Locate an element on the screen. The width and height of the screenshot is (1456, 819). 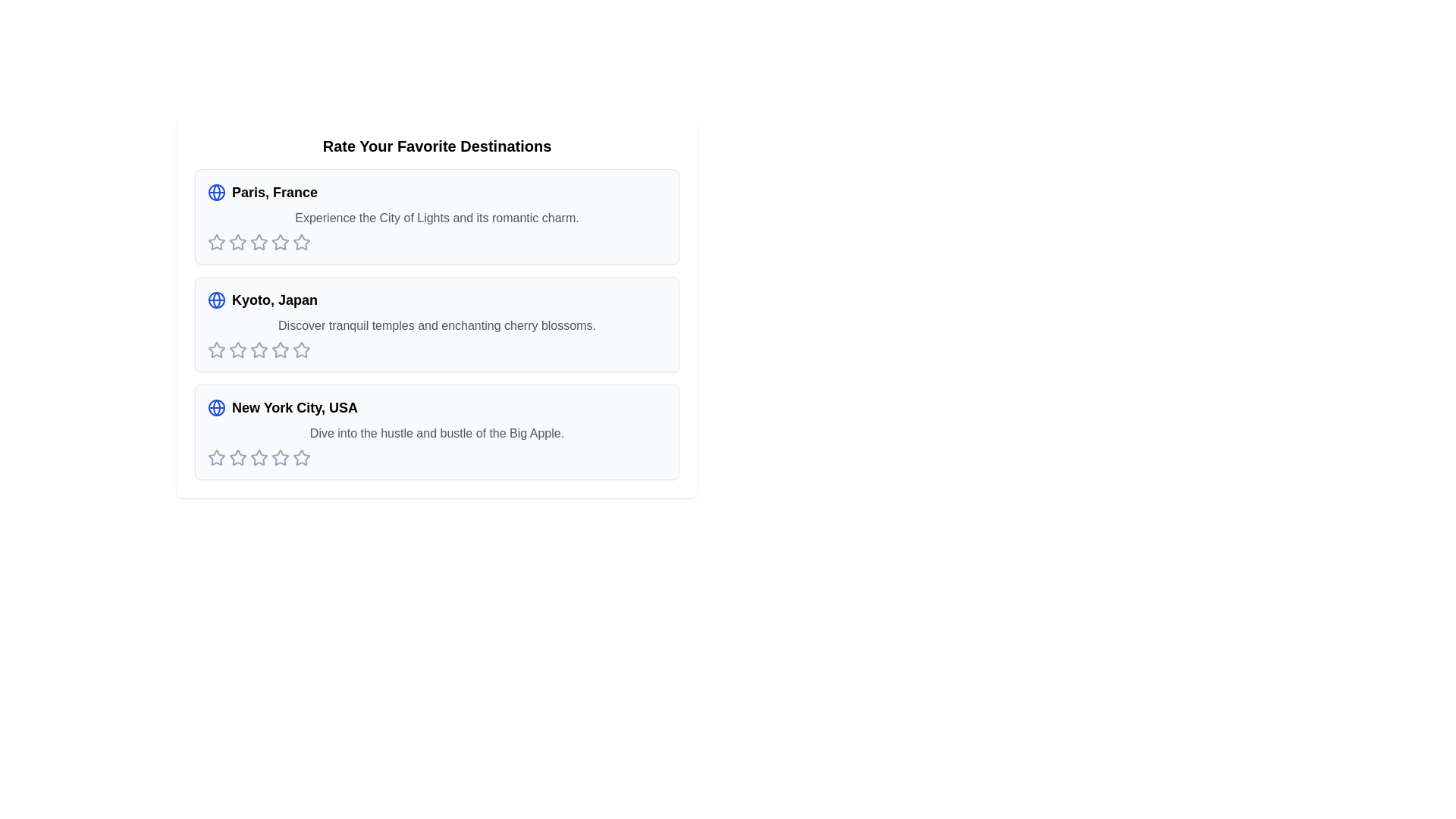
the first star icon used for rating, located under the 'Kyoto, Japan' subtitle is located at coordinates (237, 350).